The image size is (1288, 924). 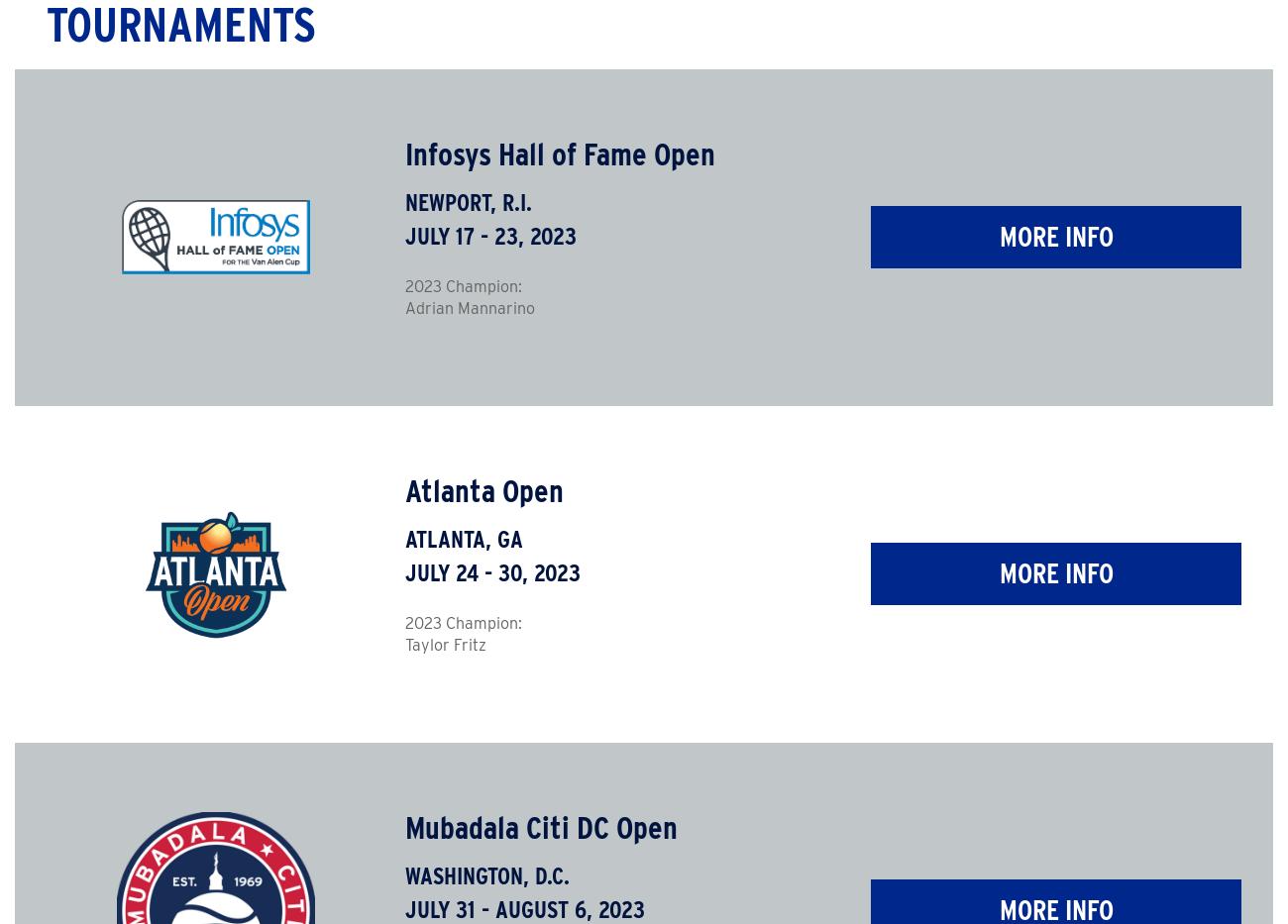 What do you see at coordinates (461, 286) in the screenshot?
I see `'2023 Champion:'` at bounding box center [461, 286].